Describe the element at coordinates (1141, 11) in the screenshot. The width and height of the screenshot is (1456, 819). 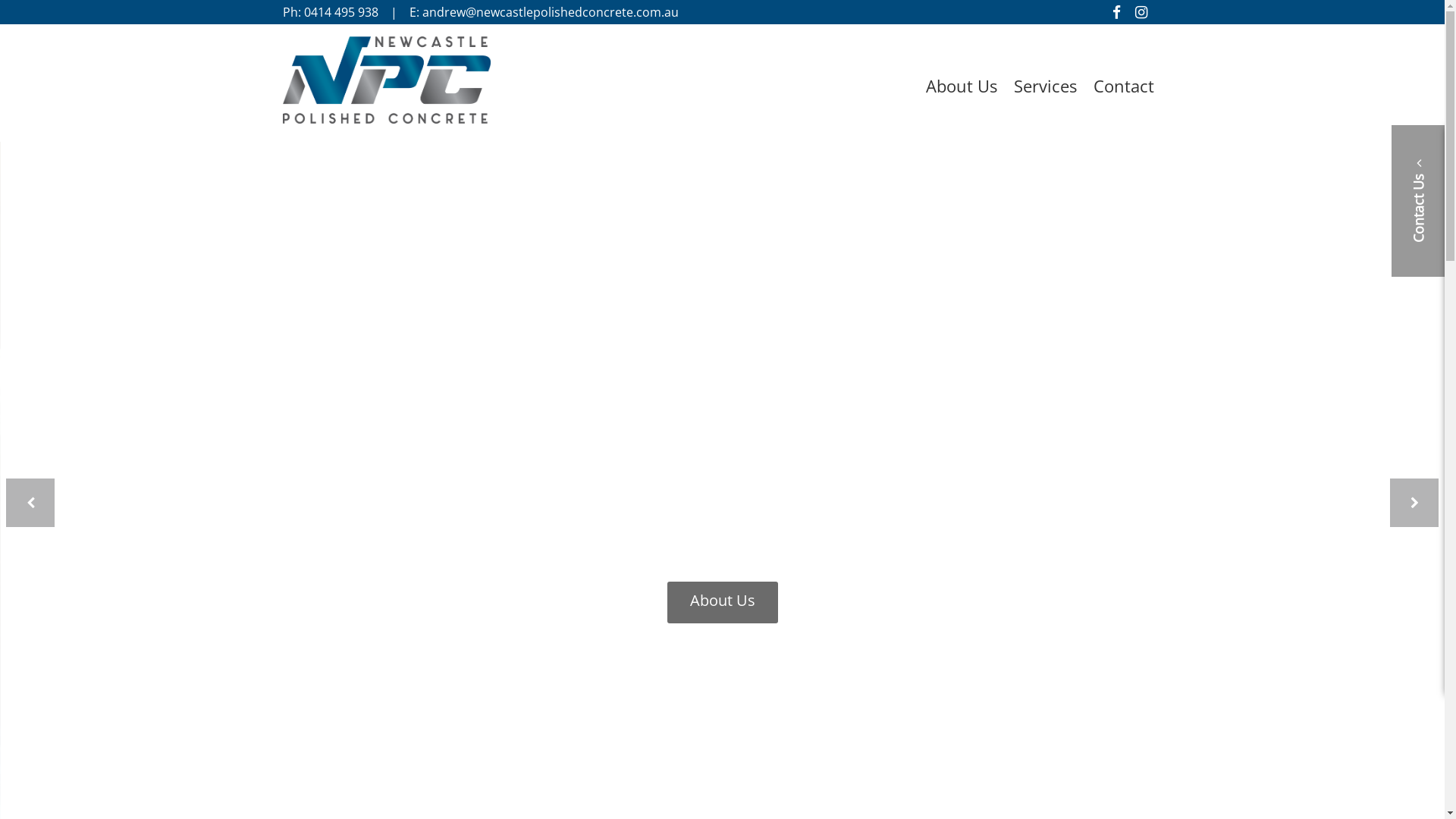
I see `'Follow us on Instagram'` at that location.